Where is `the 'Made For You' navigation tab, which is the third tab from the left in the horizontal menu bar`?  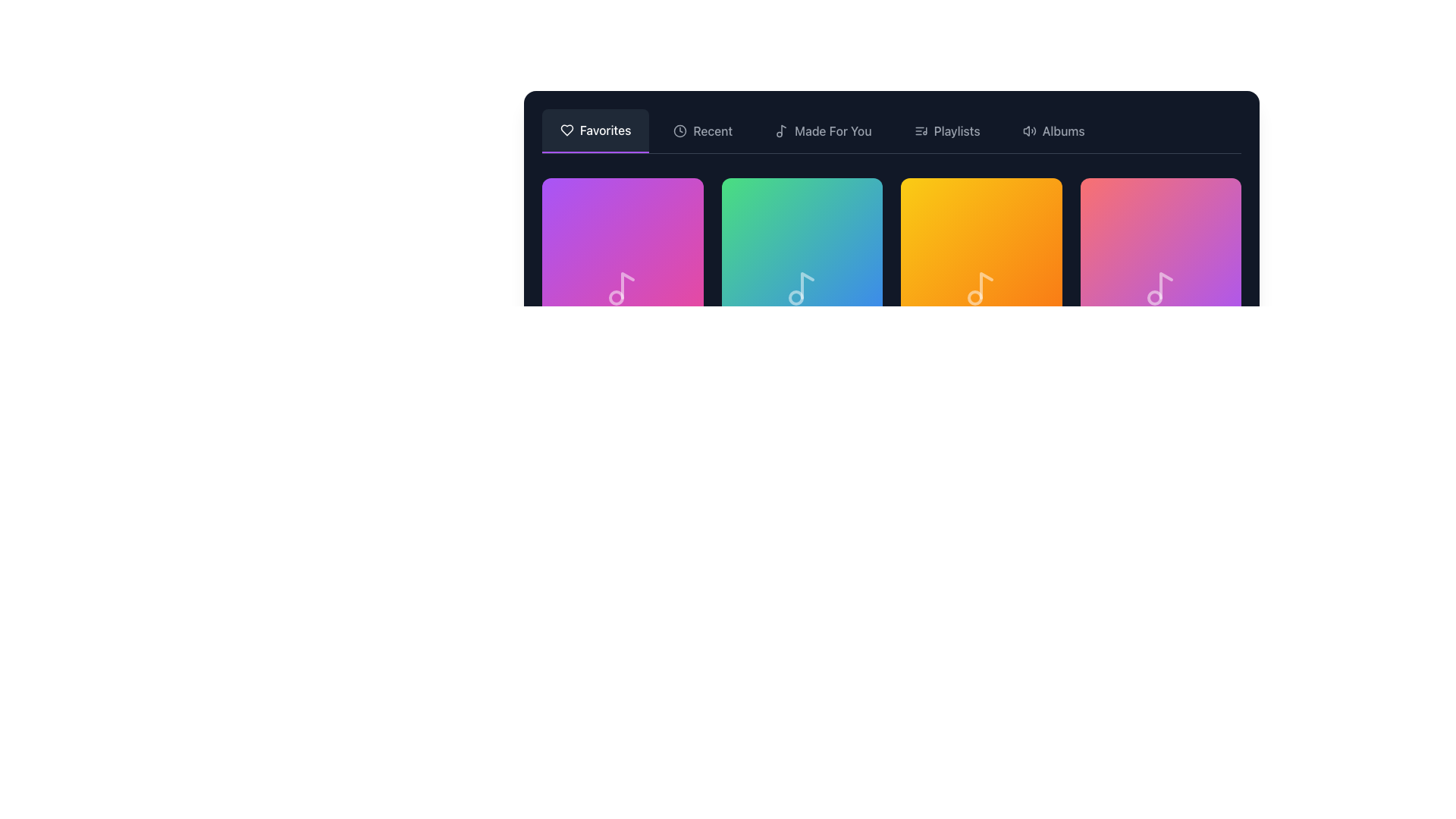 the 'Made For You' navigation tab, which is the third tab from the left in the horizontal menu bar is located at coordinates (822, 130).